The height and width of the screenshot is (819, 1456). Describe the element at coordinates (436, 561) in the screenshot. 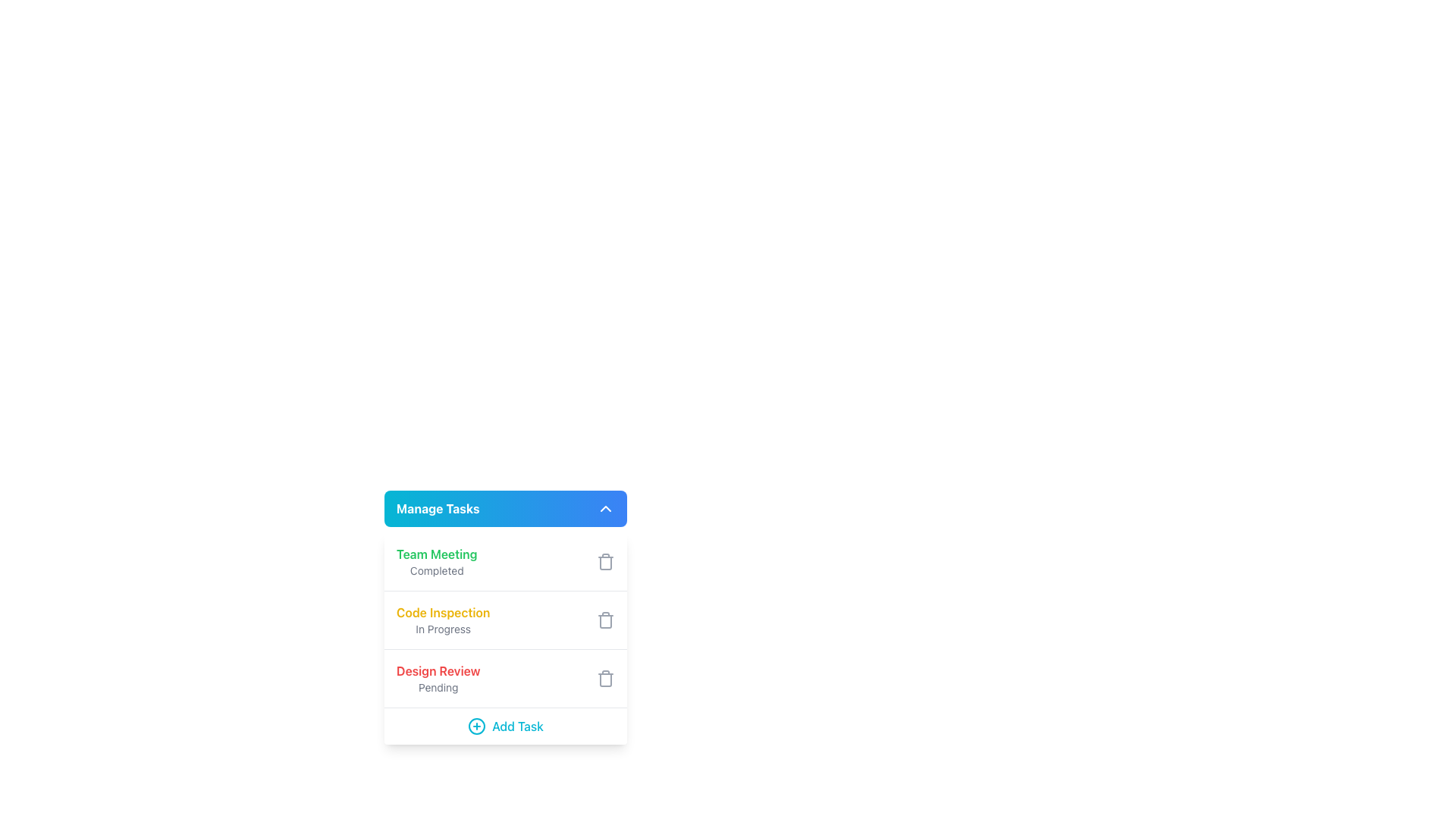

I see `the static informational text element displaying 'Team Meeting' and its status 'Completed', which is the first task item in the task list under 'Manage Tasks'` at that location.